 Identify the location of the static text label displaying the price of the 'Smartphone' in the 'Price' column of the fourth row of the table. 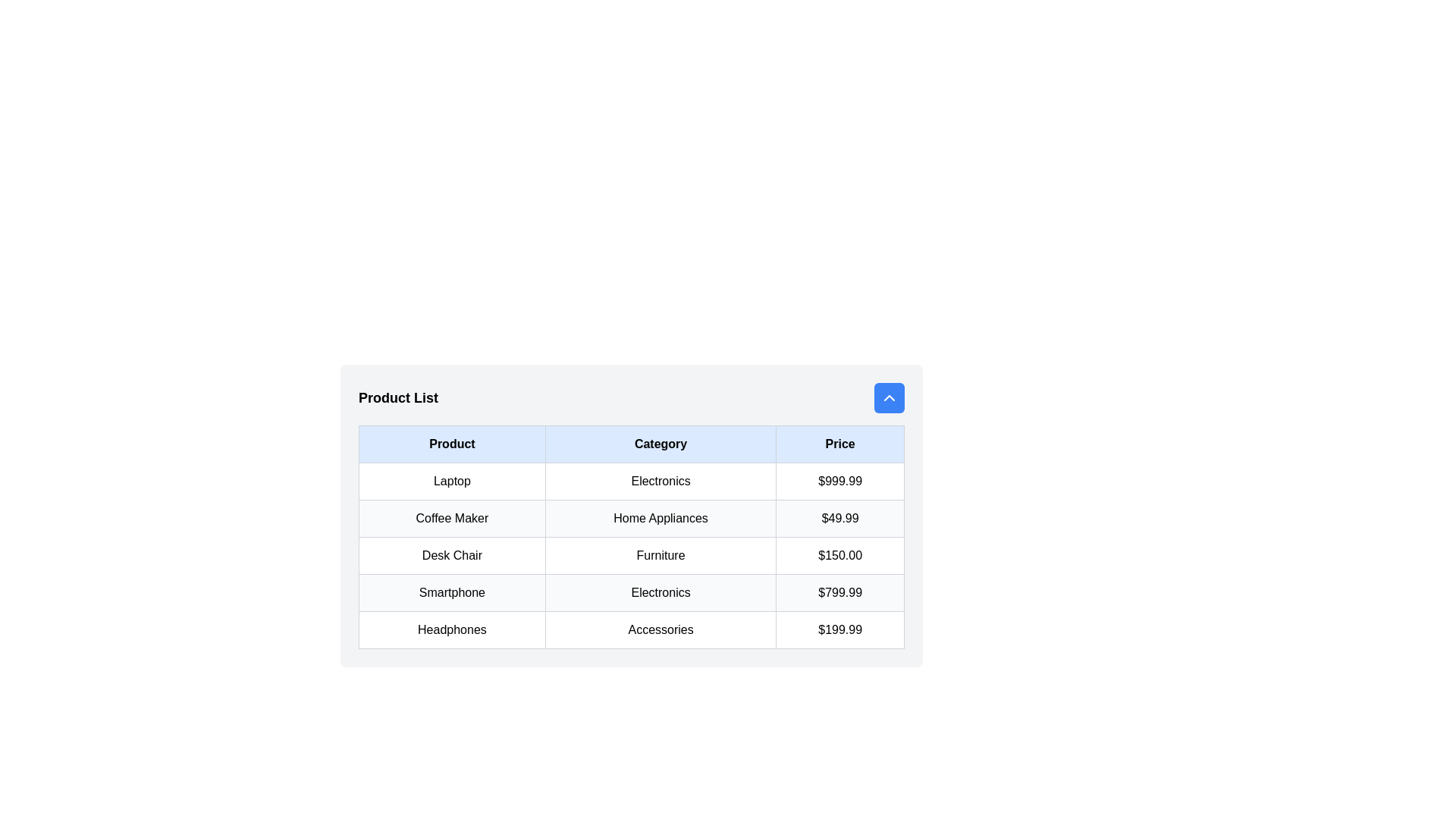
(839, 592).